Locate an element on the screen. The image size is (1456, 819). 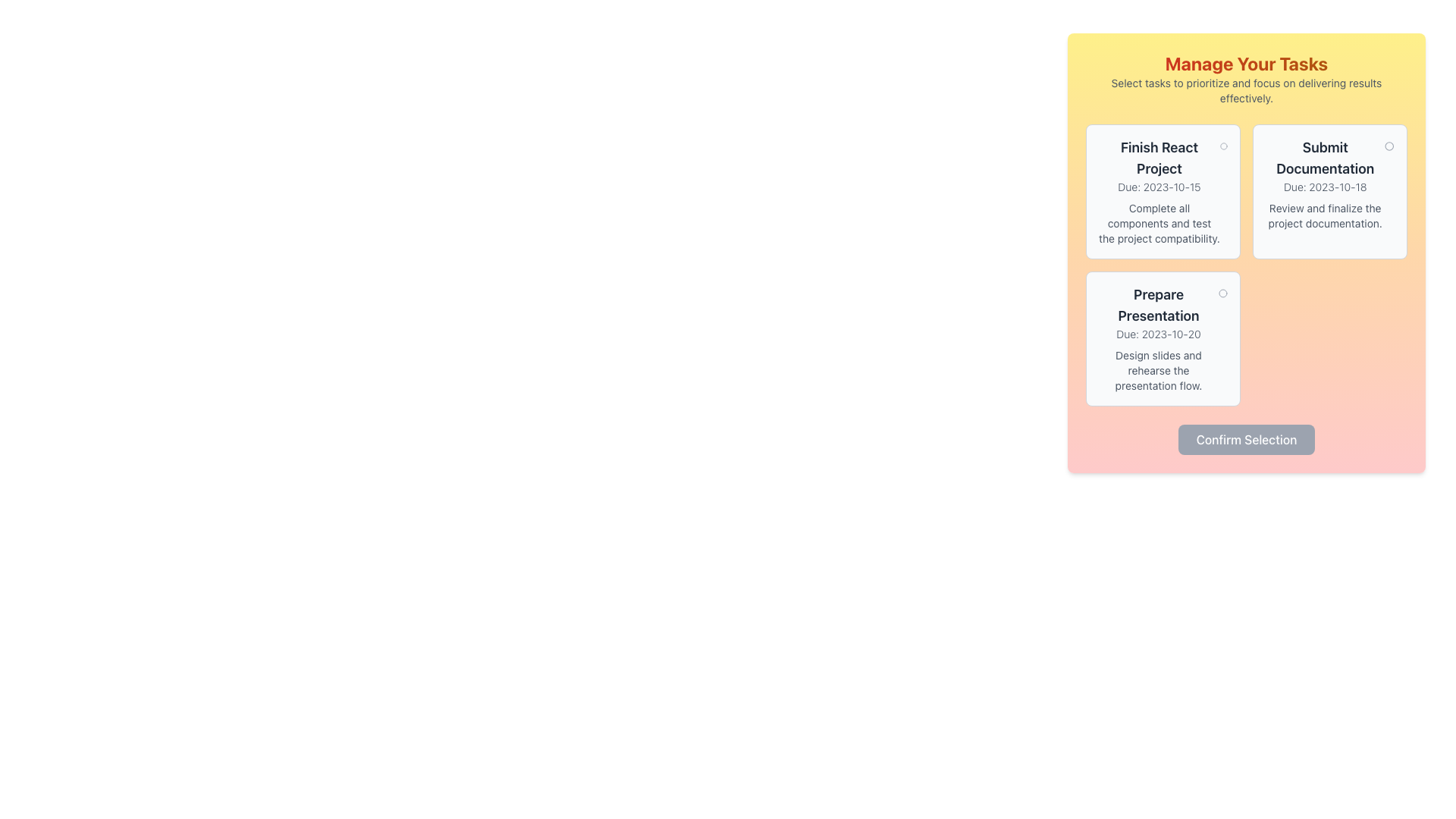
the confirmation button located at the bottom of the 'Manage Your Tasks' section, which allows users to finalize their selection of tasks is located at coordinates (1246, 439).